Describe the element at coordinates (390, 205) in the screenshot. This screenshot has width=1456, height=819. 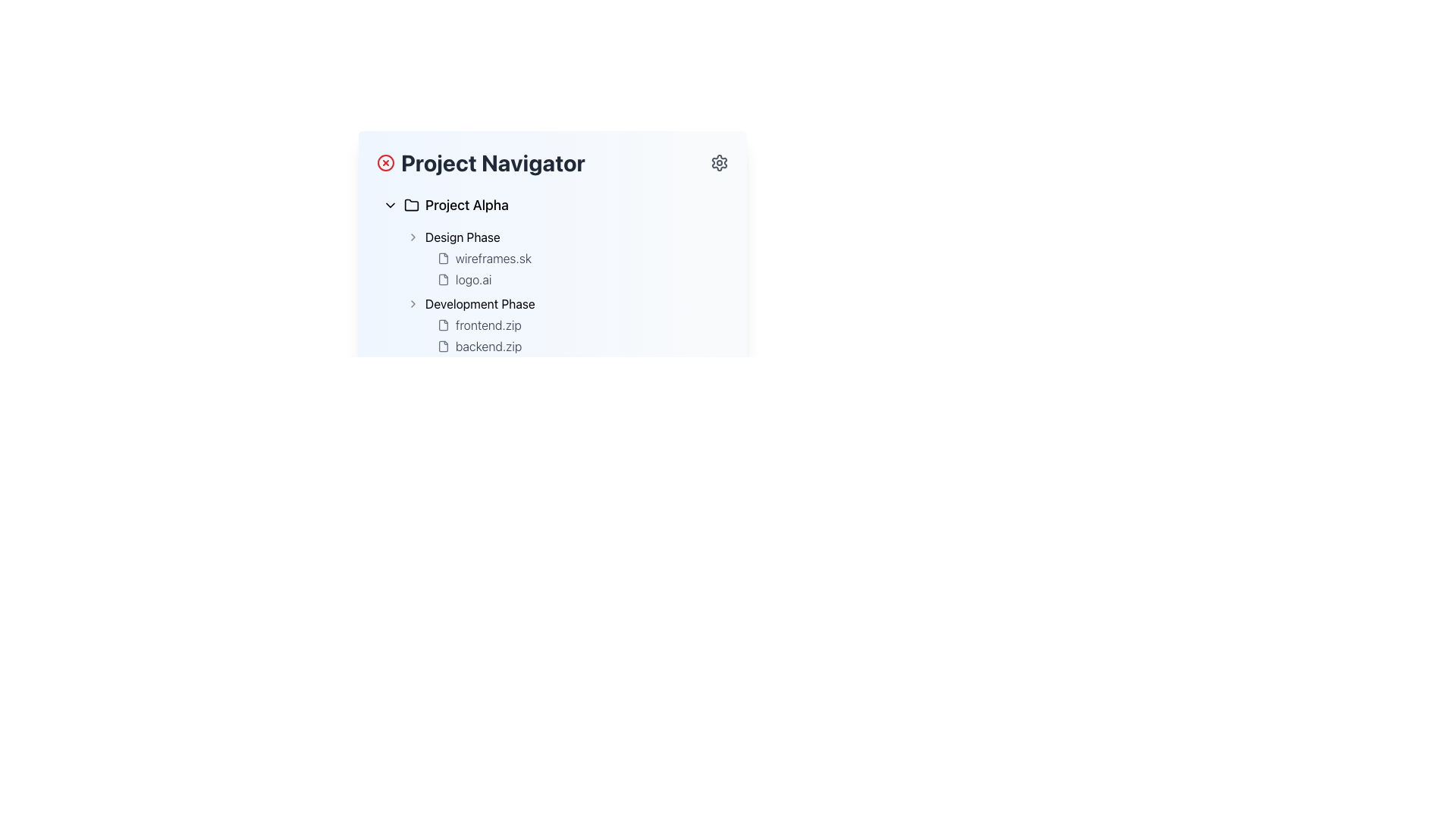
I see `the chevron toggle button located at the top-left of the 'Project Alpha' section` at that location.